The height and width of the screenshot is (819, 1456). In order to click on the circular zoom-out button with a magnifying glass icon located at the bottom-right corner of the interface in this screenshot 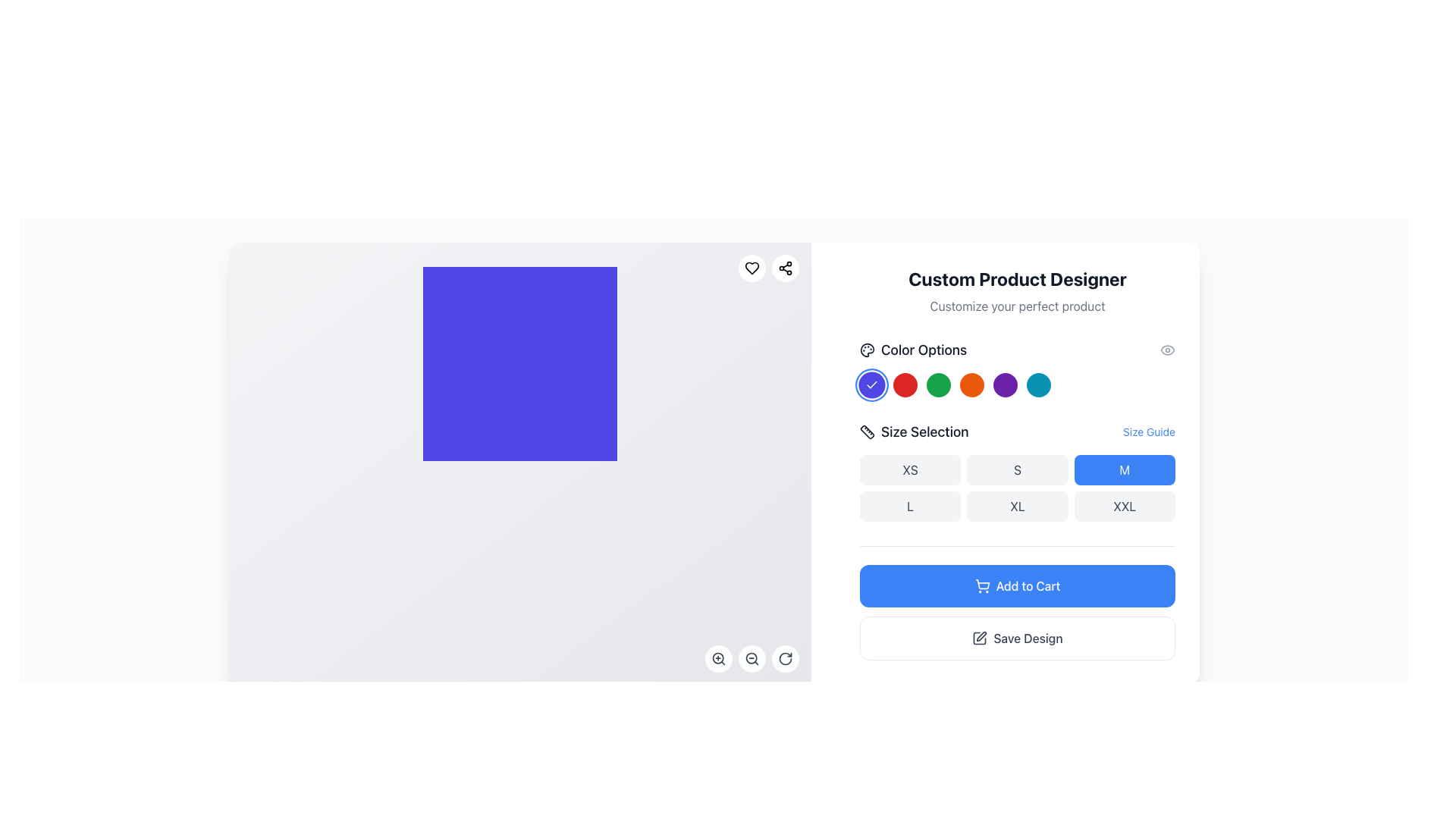, I will do `click(752, 657)`.